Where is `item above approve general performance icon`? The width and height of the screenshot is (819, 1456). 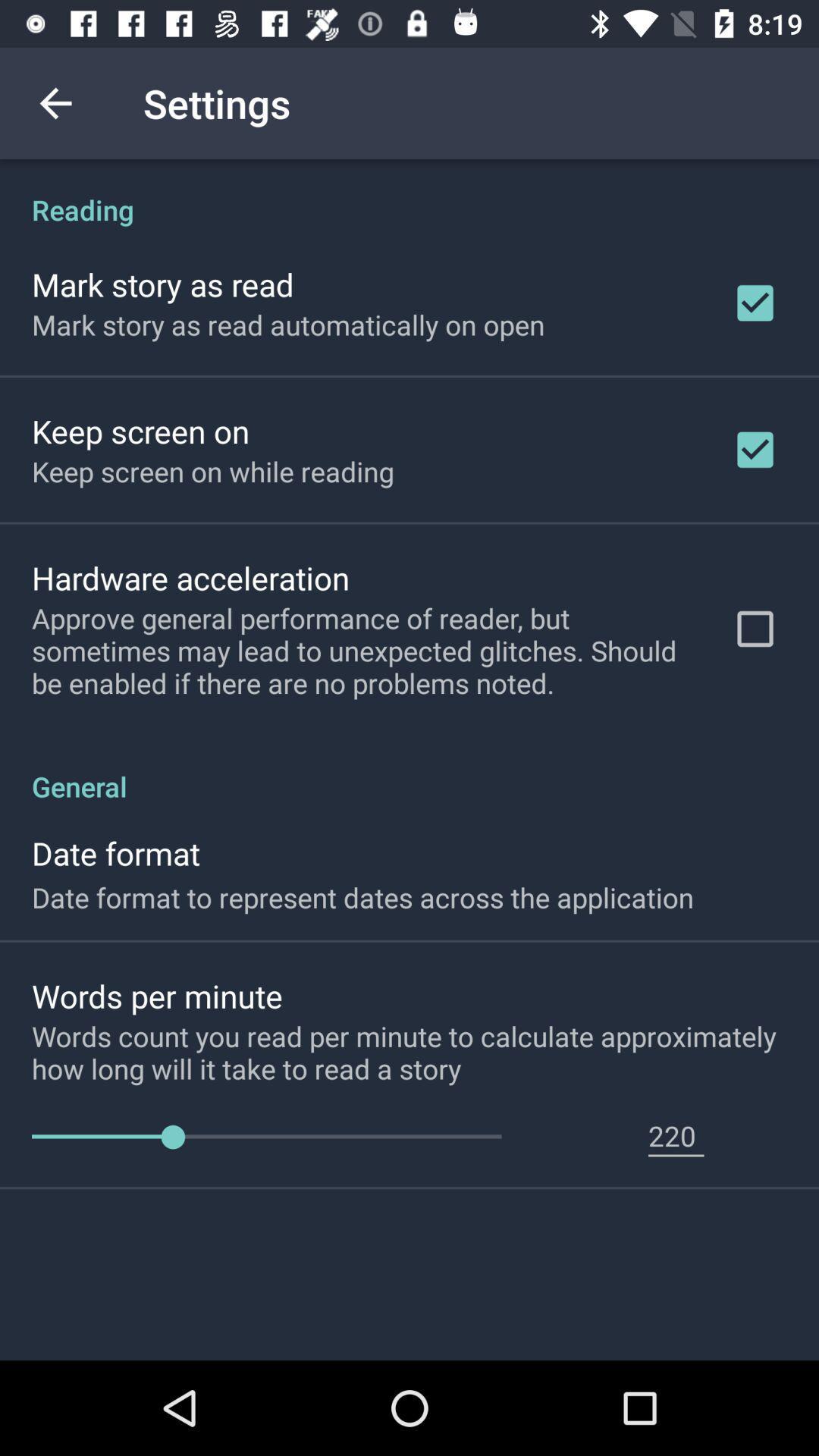 item above approve general performance icon is located at coordinates (190, 577).